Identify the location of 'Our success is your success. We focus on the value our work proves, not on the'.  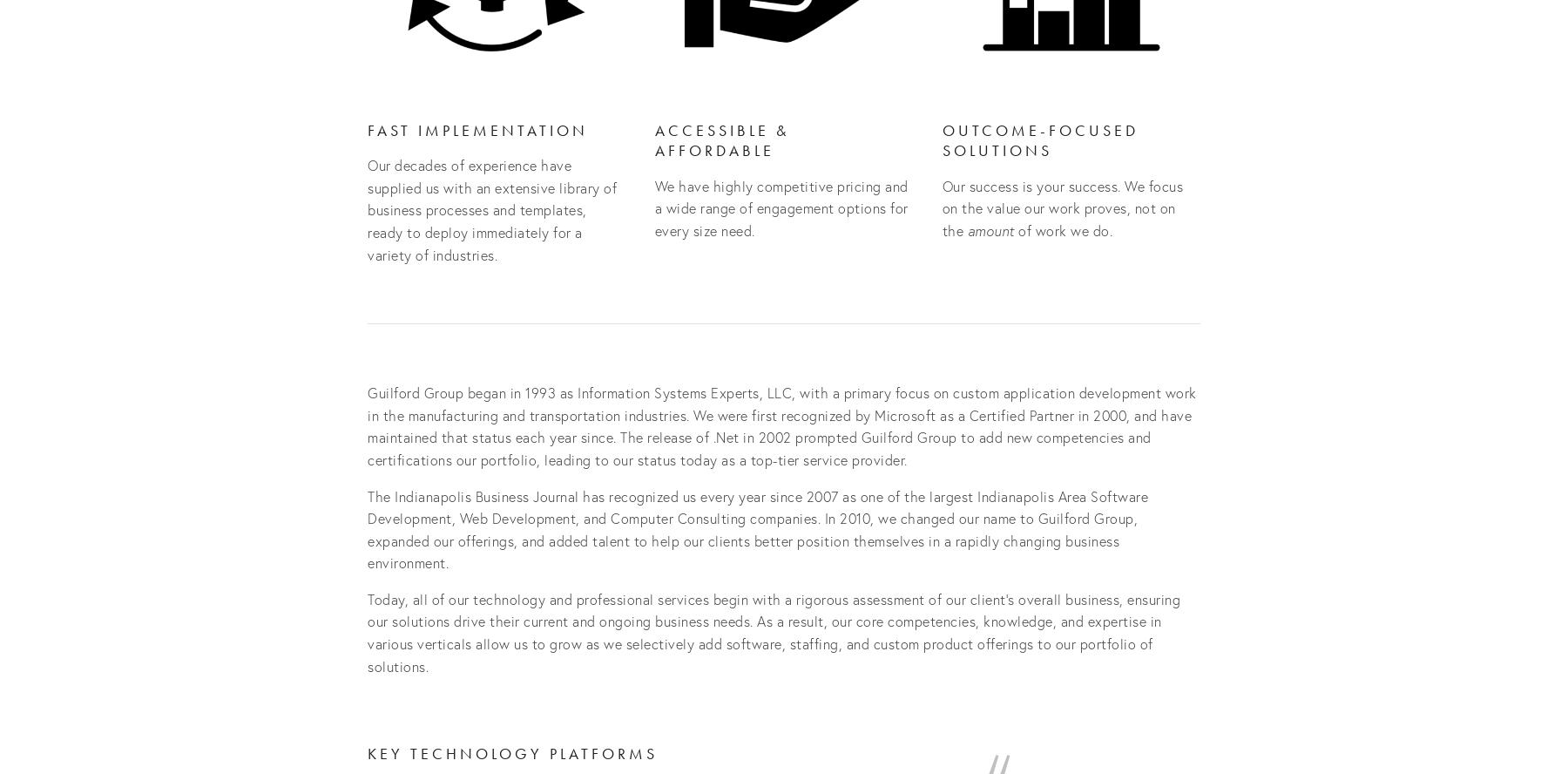
(1063, 207).